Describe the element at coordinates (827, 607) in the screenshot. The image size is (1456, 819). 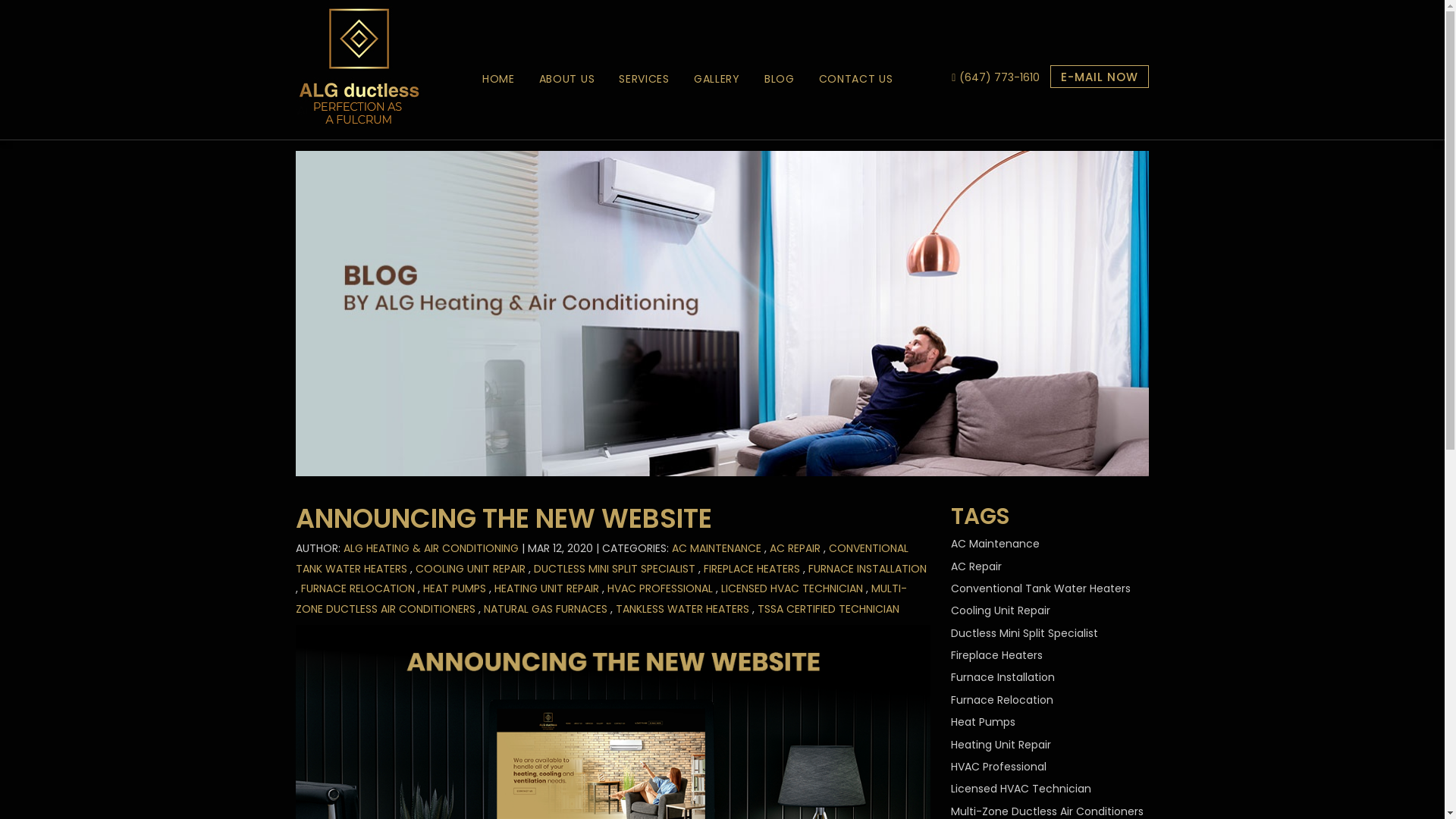
I see `'TSSA CERTIFIED TECHNICIAN'` at that location.